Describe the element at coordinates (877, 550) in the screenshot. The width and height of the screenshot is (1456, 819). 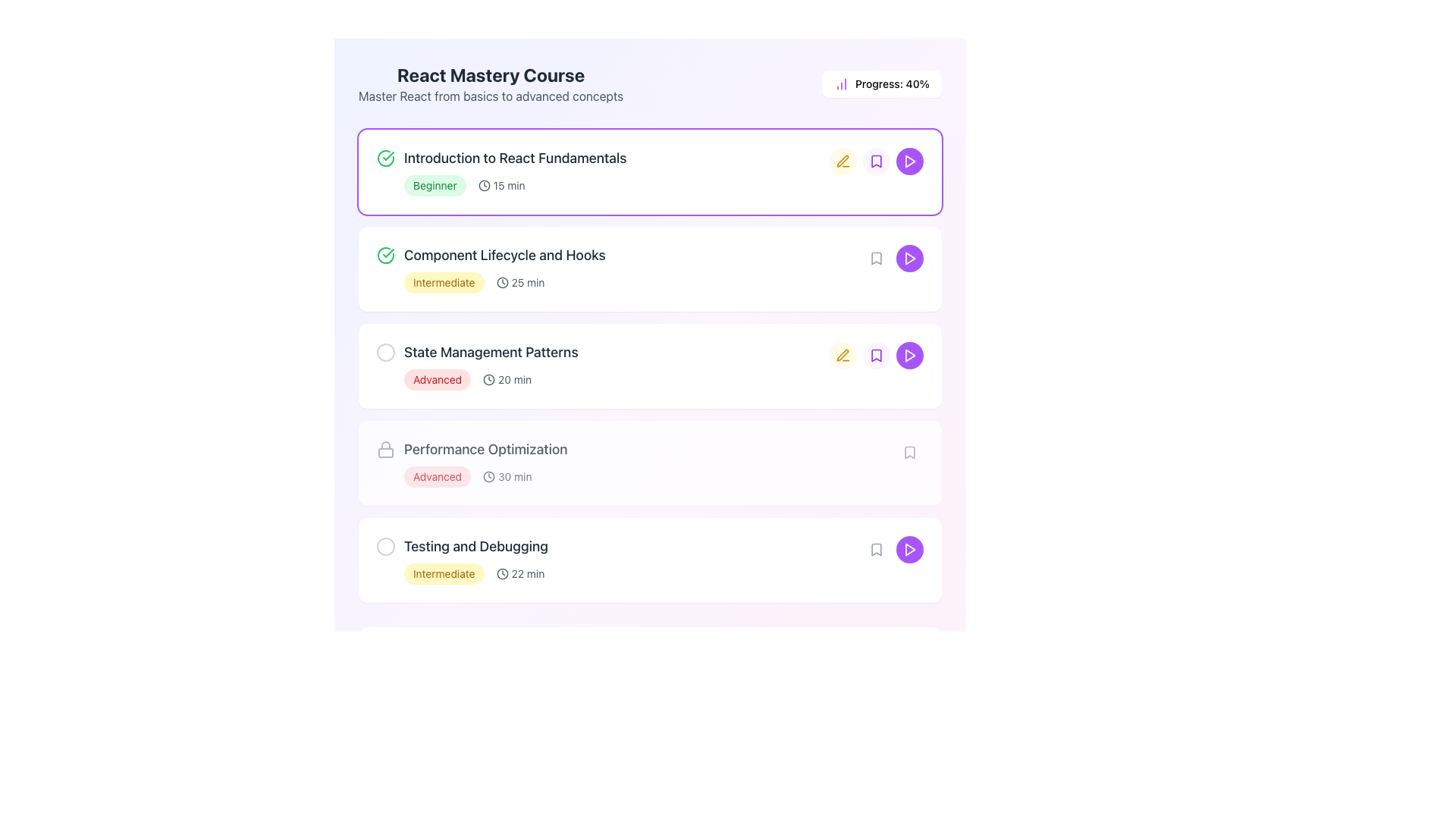
I see `the small bookmark-shaped icon located` at that location.